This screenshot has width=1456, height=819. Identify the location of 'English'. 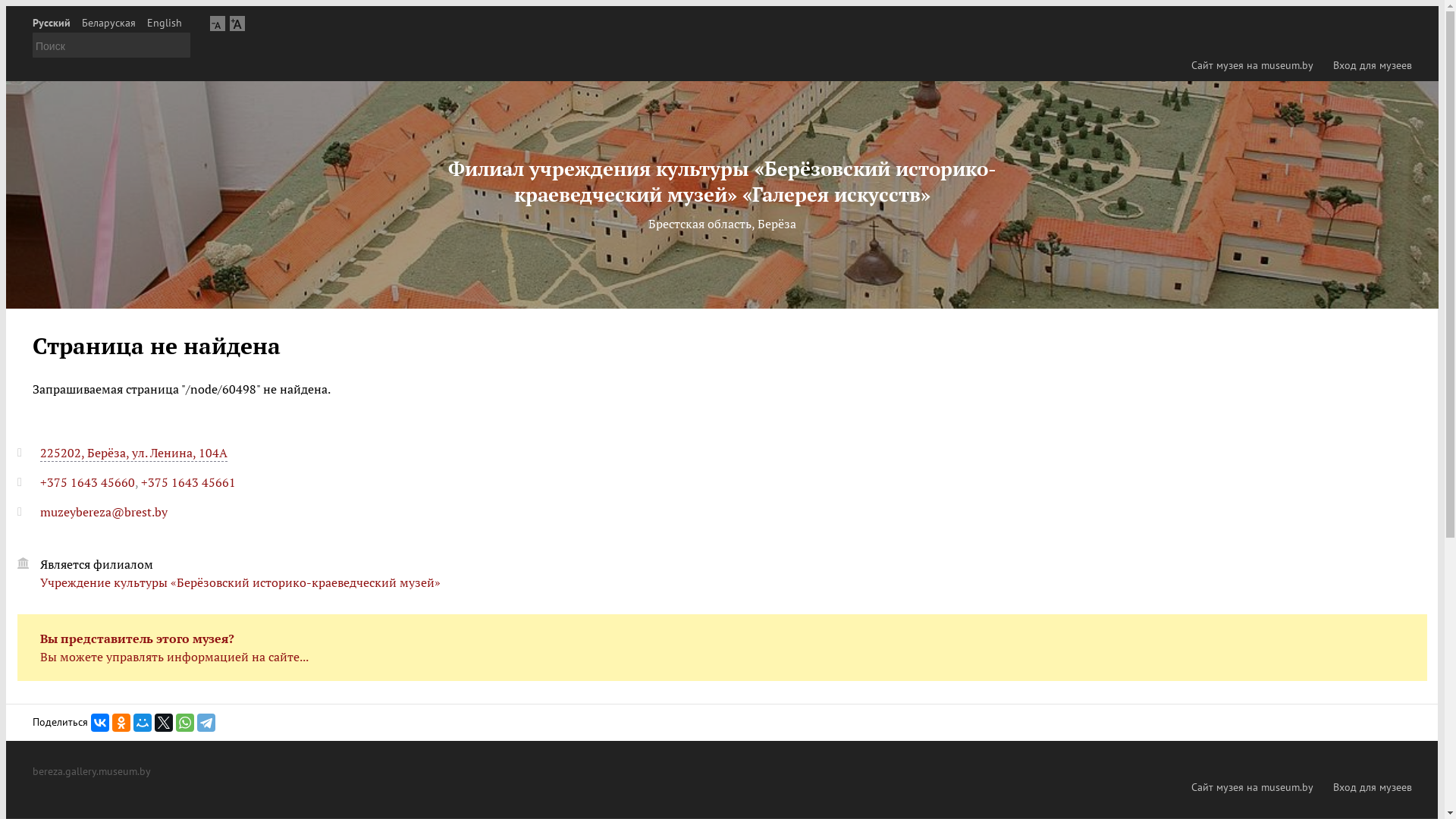
(146, 23).